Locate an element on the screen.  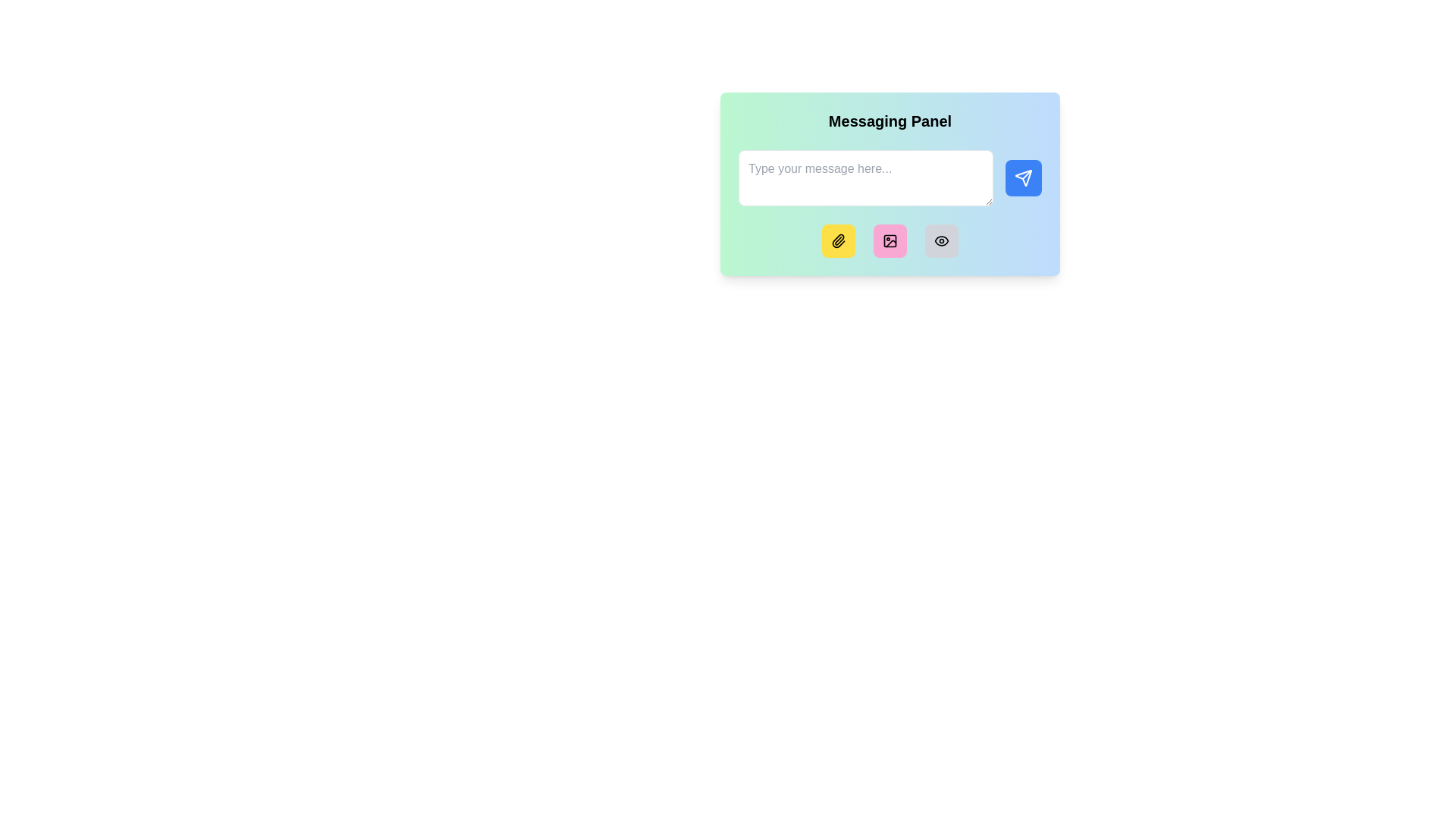
the image functionalities icon located in the messaging panel toolbar, positioned between the yellow attachment icon and the gray eye icon is located at coordinates (890, 240).